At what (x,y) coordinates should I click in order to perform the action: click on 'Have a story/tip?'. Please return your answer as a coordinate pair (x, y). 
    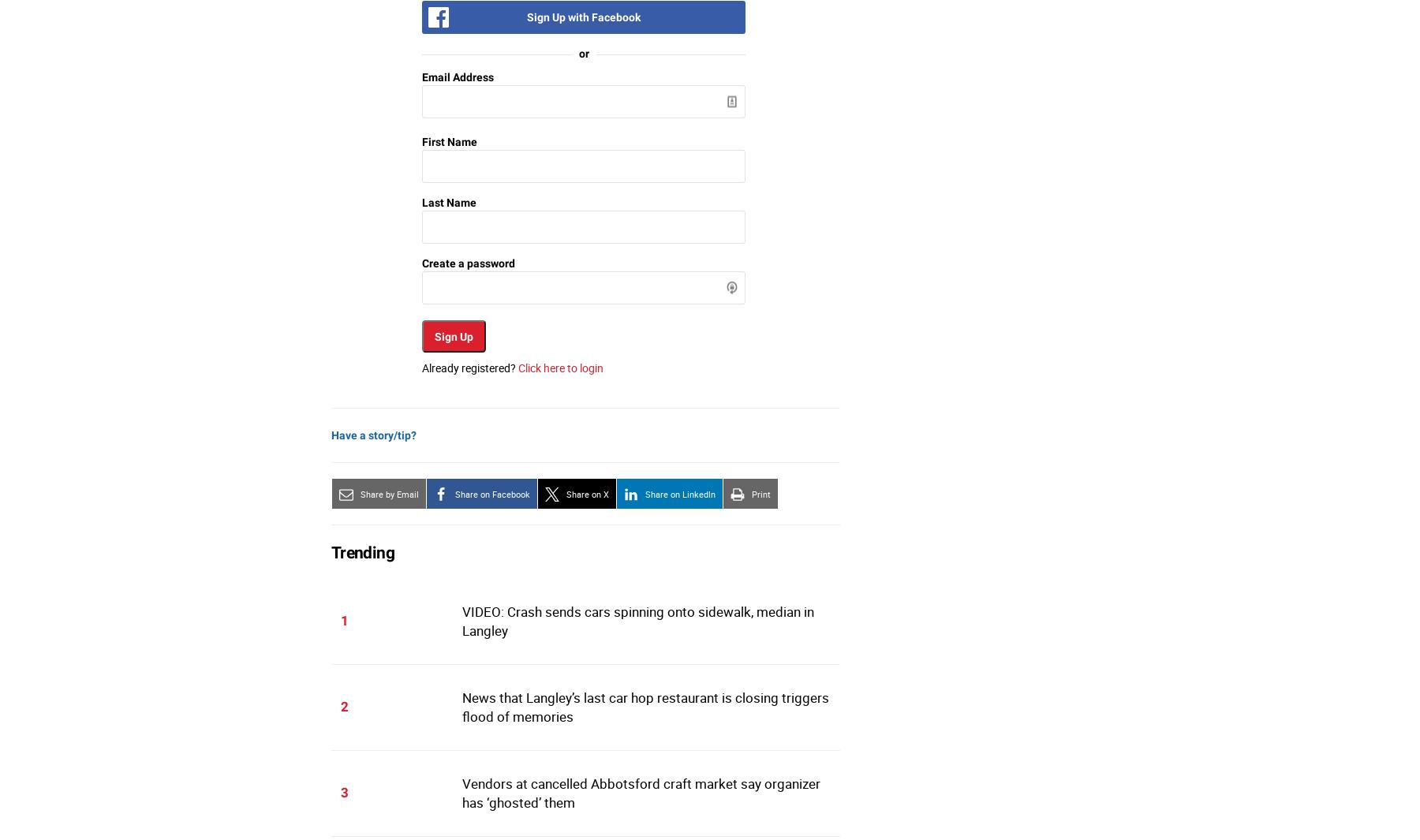
    Looking at the image, I should click on (372, 435).